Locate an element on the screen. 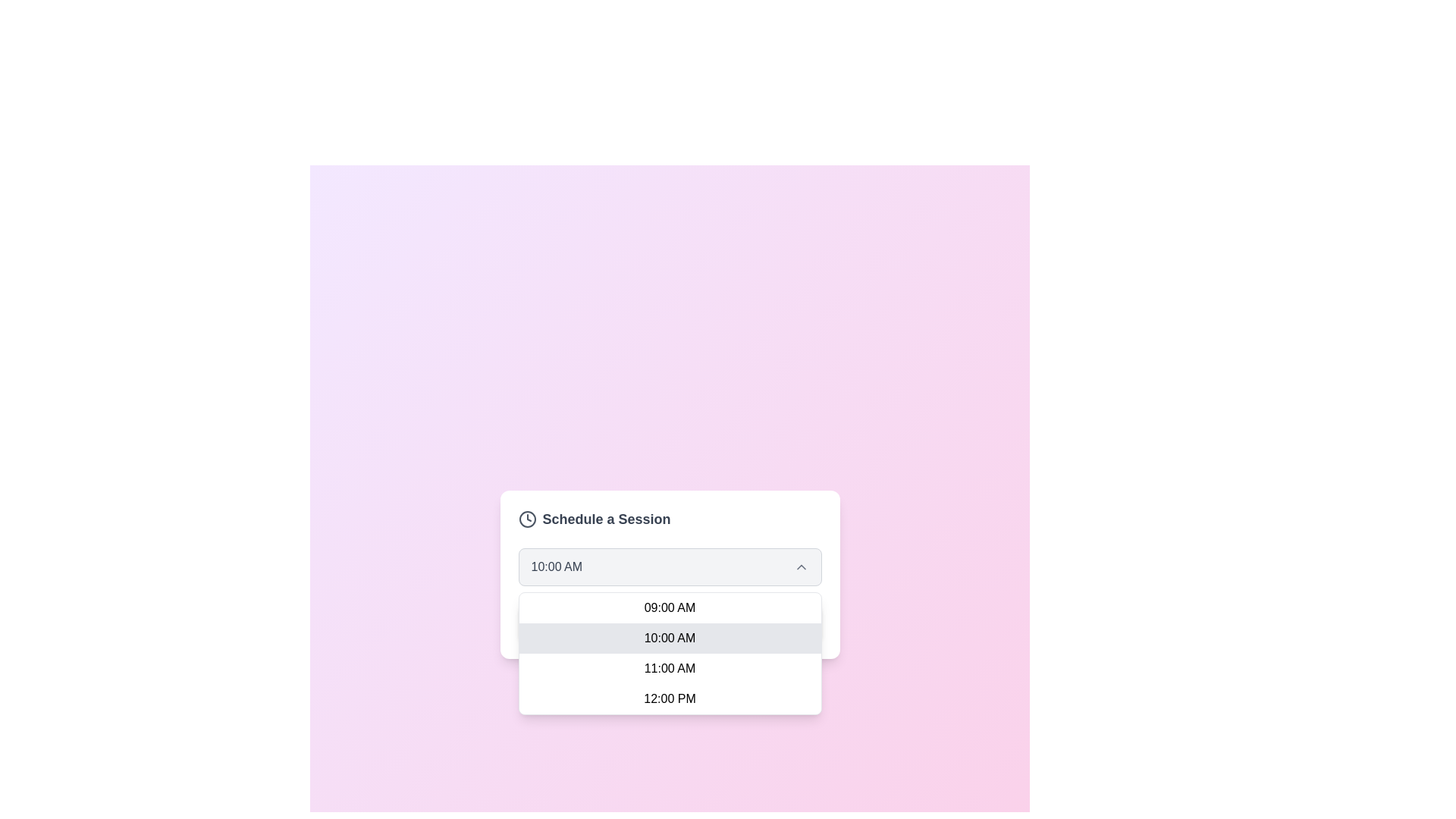  the text label that describes the scheduling functionality, located to the right of the clock icon in the upper part of the modal is located at coordinates (607, 519).